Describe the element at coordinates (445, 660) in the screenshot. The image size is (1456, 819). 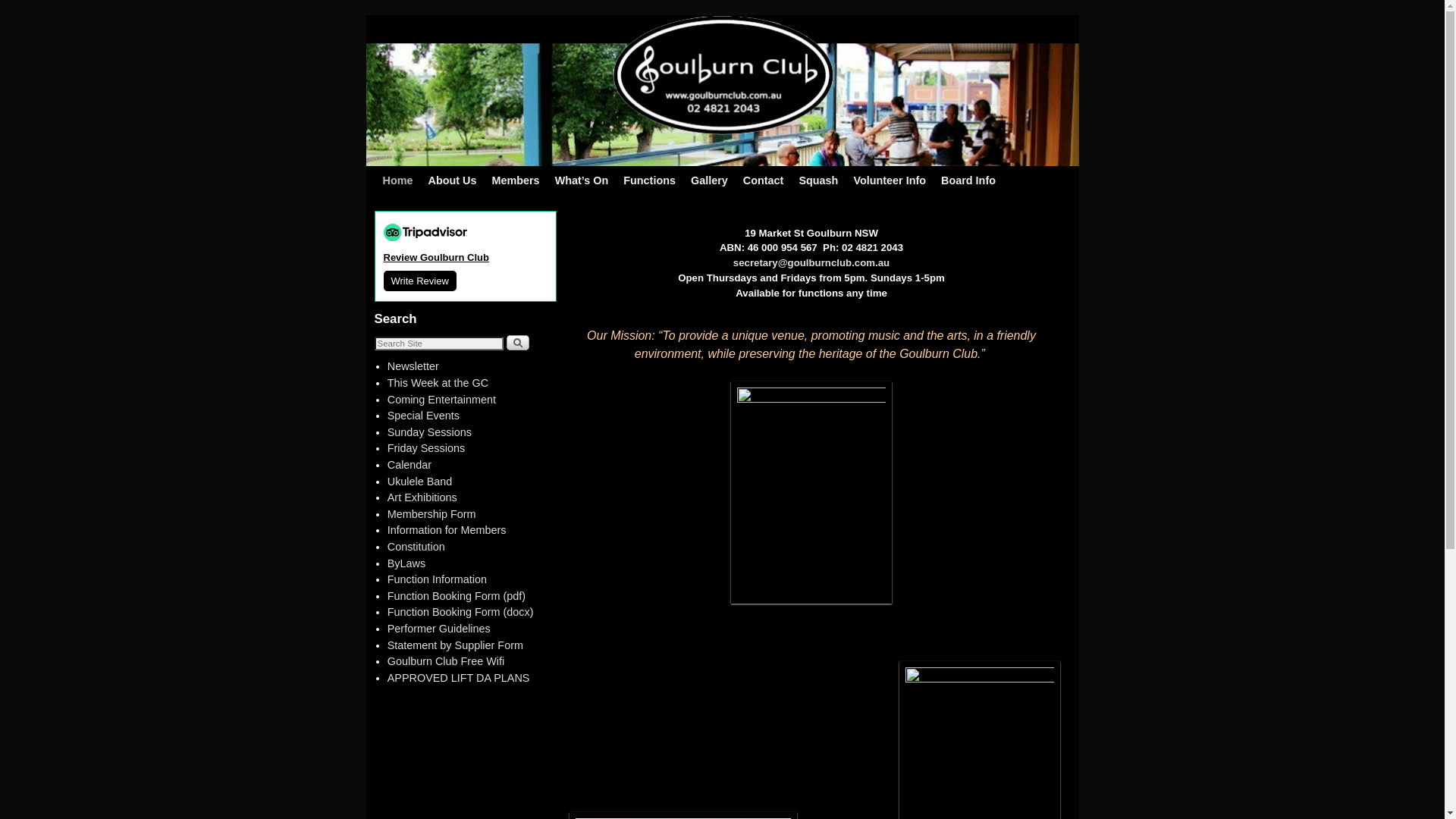
I see `'Goulburn Club Free Wifi'` at that location.